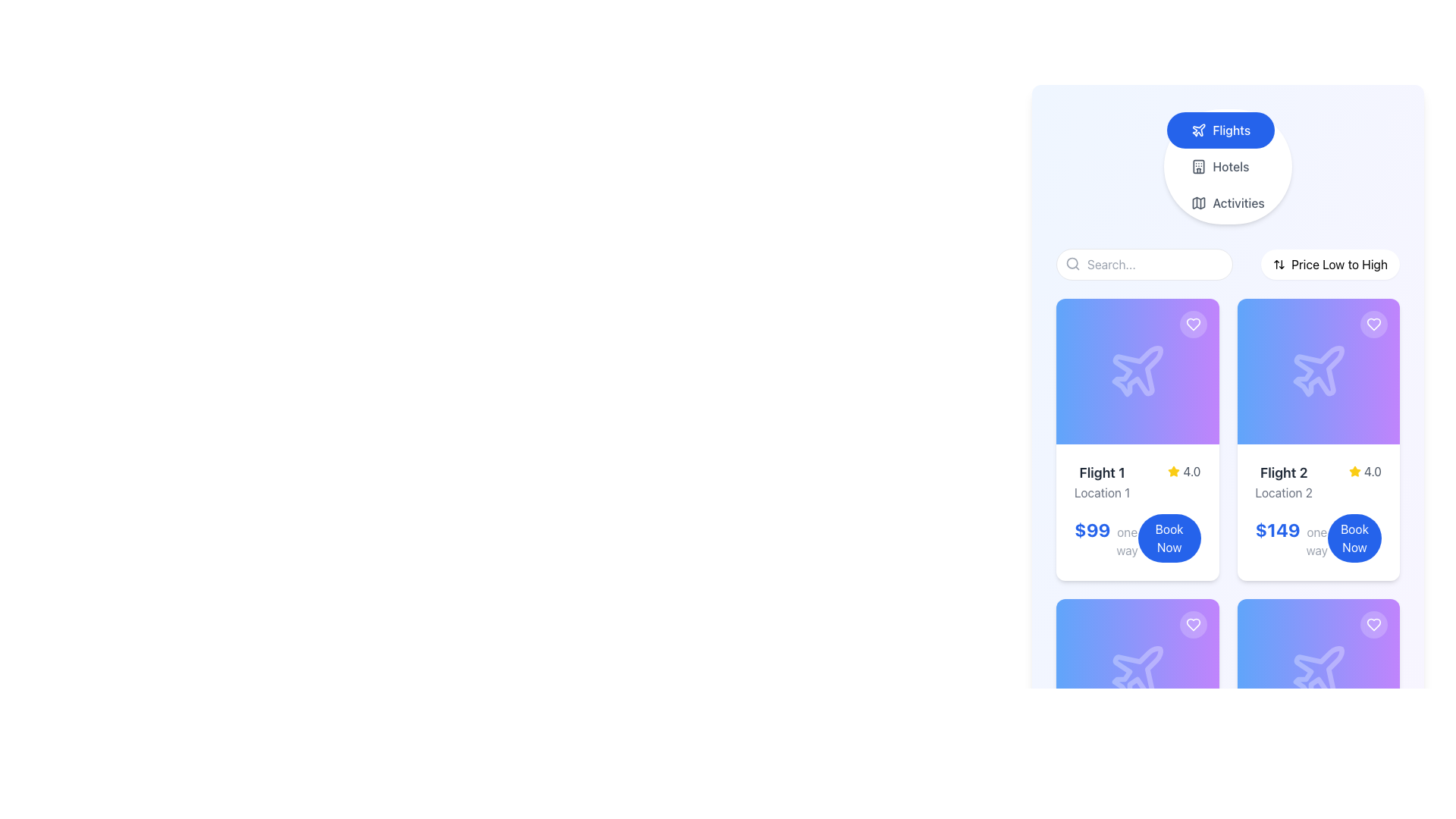 This screenshot has height=819, width=1456. Describe the element at coordinates (1283, 482) in the screenshot. I see `and interpret the text content of the Text block containing 'Flight 2' and 'Location 2', which is located at the top-left of the second card in the second column of the grid` at that location.